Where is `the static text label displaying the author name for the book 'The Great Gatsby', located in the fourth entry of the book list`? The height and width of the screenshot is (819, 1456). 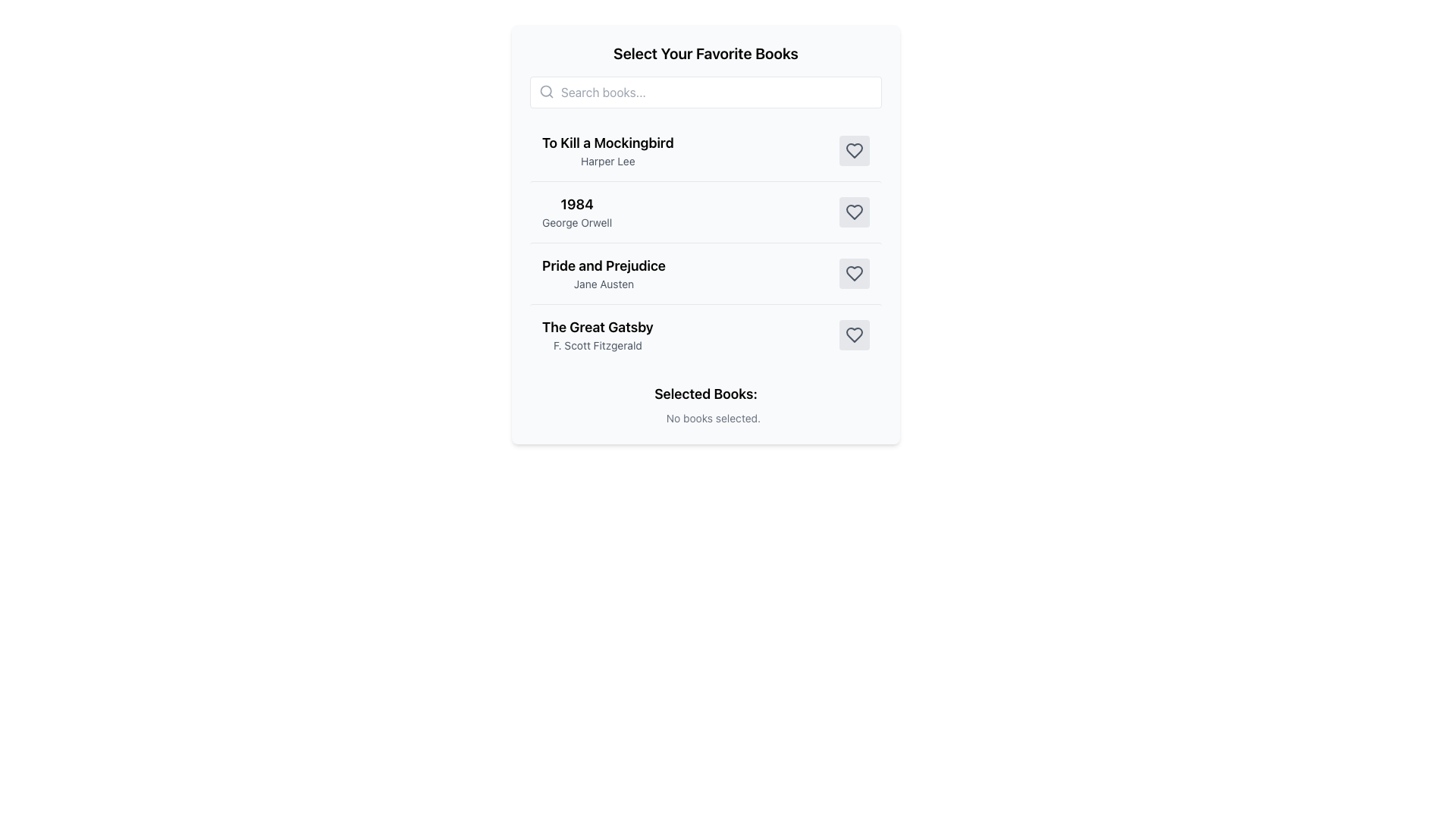
the static text label displaying the author name for the book 'The Great Gatsby', located in the fourth entry of the book list is located at coordinates (597, 345).